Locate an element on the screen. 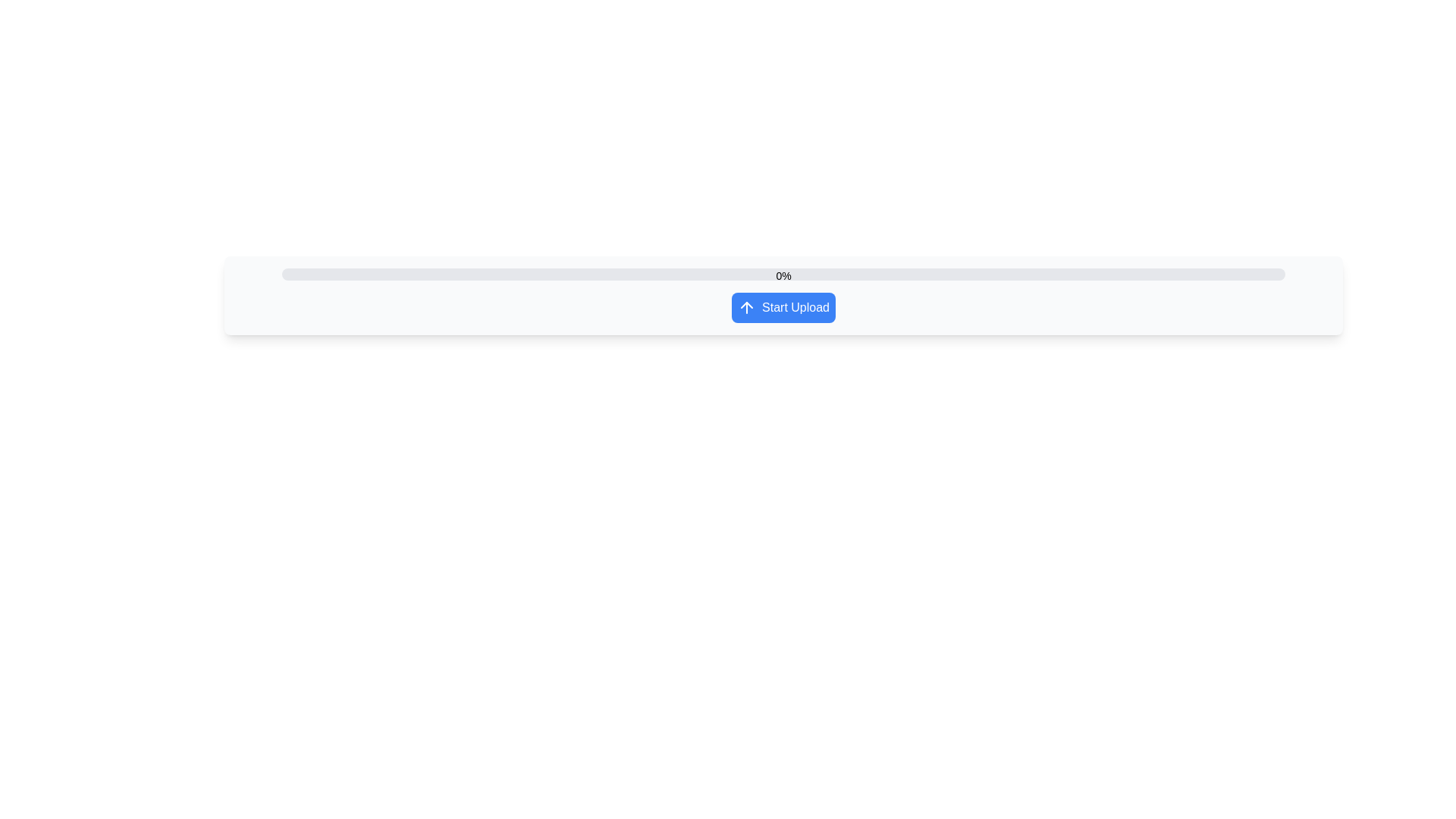 The height and width of the screenshot is (819, 1456). the upload button located centrally below the progress bar displaying '0%' is located at coordinates (783, 307).